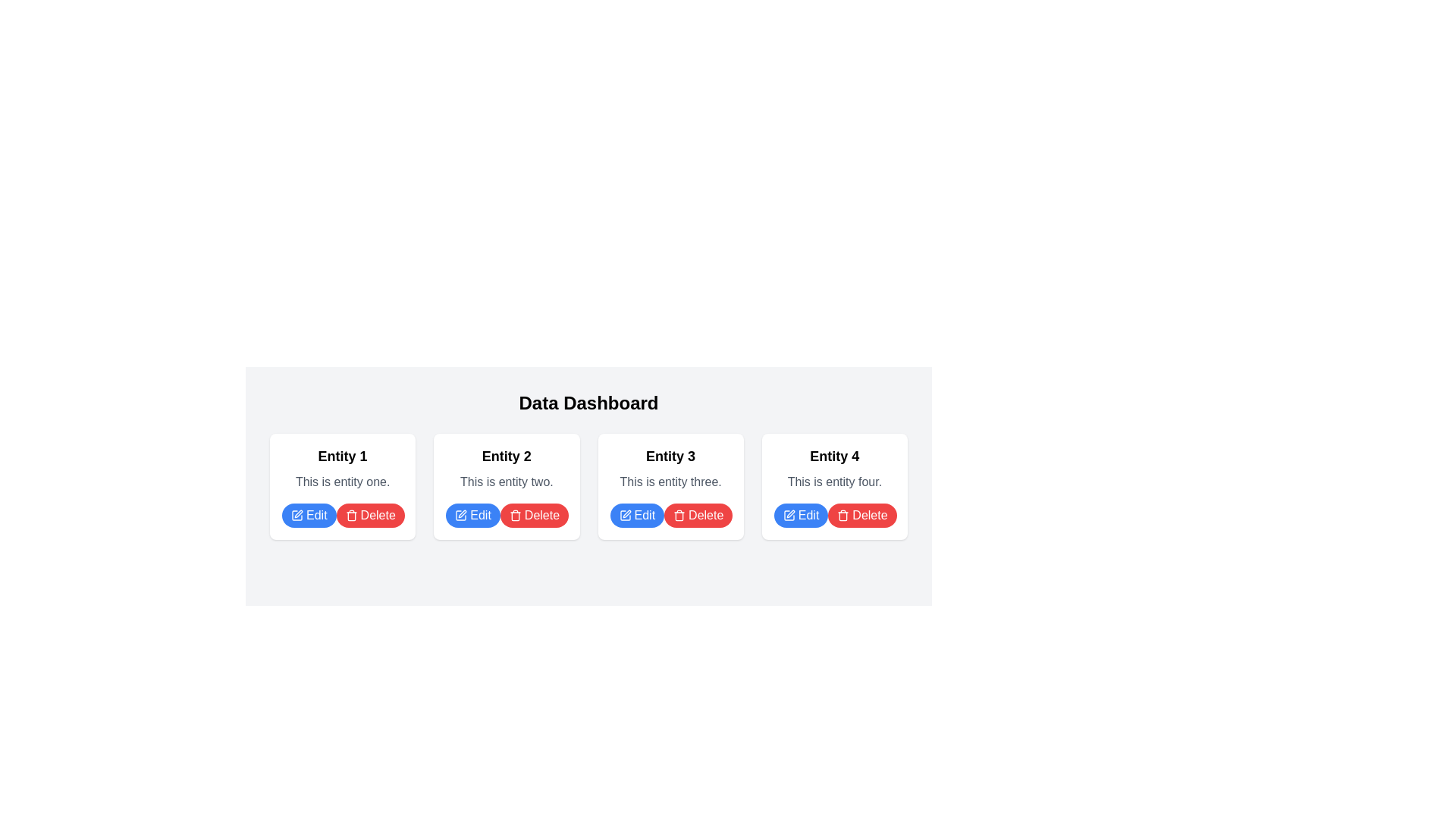 The width and height of the screenshot is (1456, 819). What do you see at coordinates (507, 467) in the screenshot?
I see `the static text display component titled 'Entity 2', which includes a bold title and a descriptive phrase, located in the second card of a row of four cards` at bounding box center [507, 467].